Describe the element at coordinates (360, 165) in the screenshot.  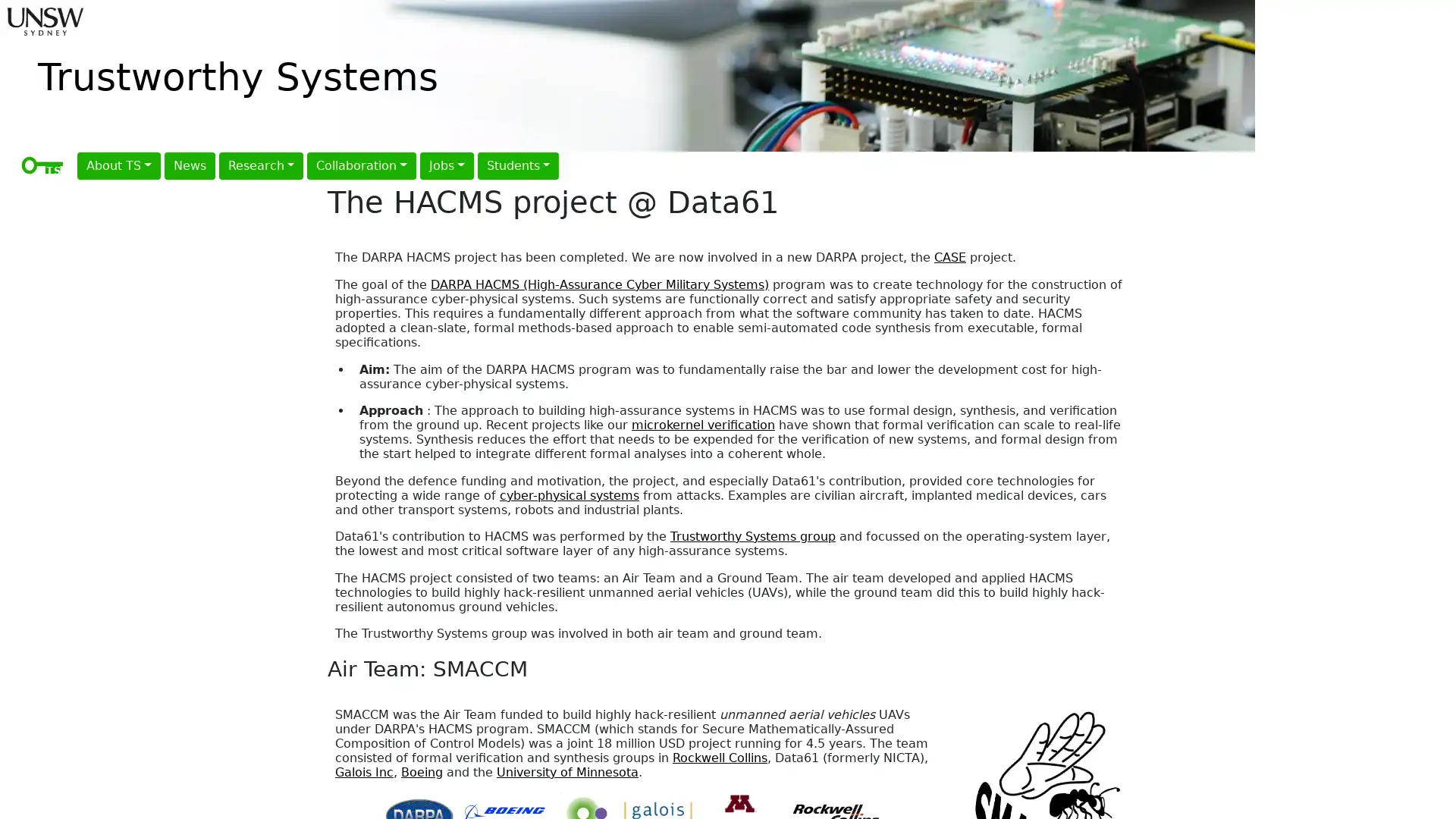
I see `Collaboration` at that location.